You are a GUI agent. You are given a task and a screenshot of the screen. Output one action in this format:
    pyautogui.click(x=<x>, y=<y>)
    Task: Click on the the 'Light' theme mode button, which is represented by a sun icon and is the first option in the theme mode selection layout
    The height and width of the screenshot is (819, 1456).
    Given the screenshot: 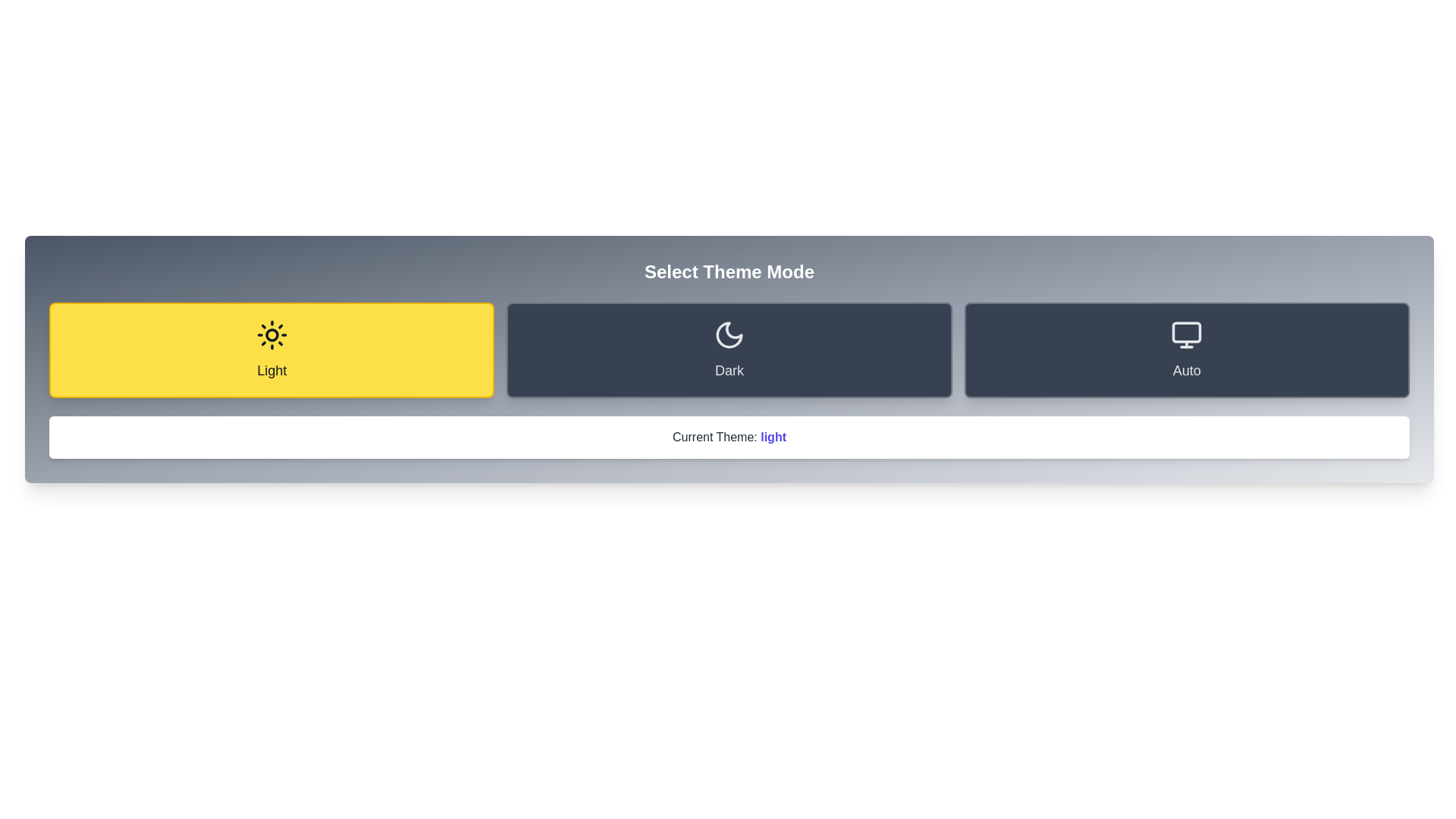 What is the action you would take?
    pyautogui.click(x=271, y=334)
    